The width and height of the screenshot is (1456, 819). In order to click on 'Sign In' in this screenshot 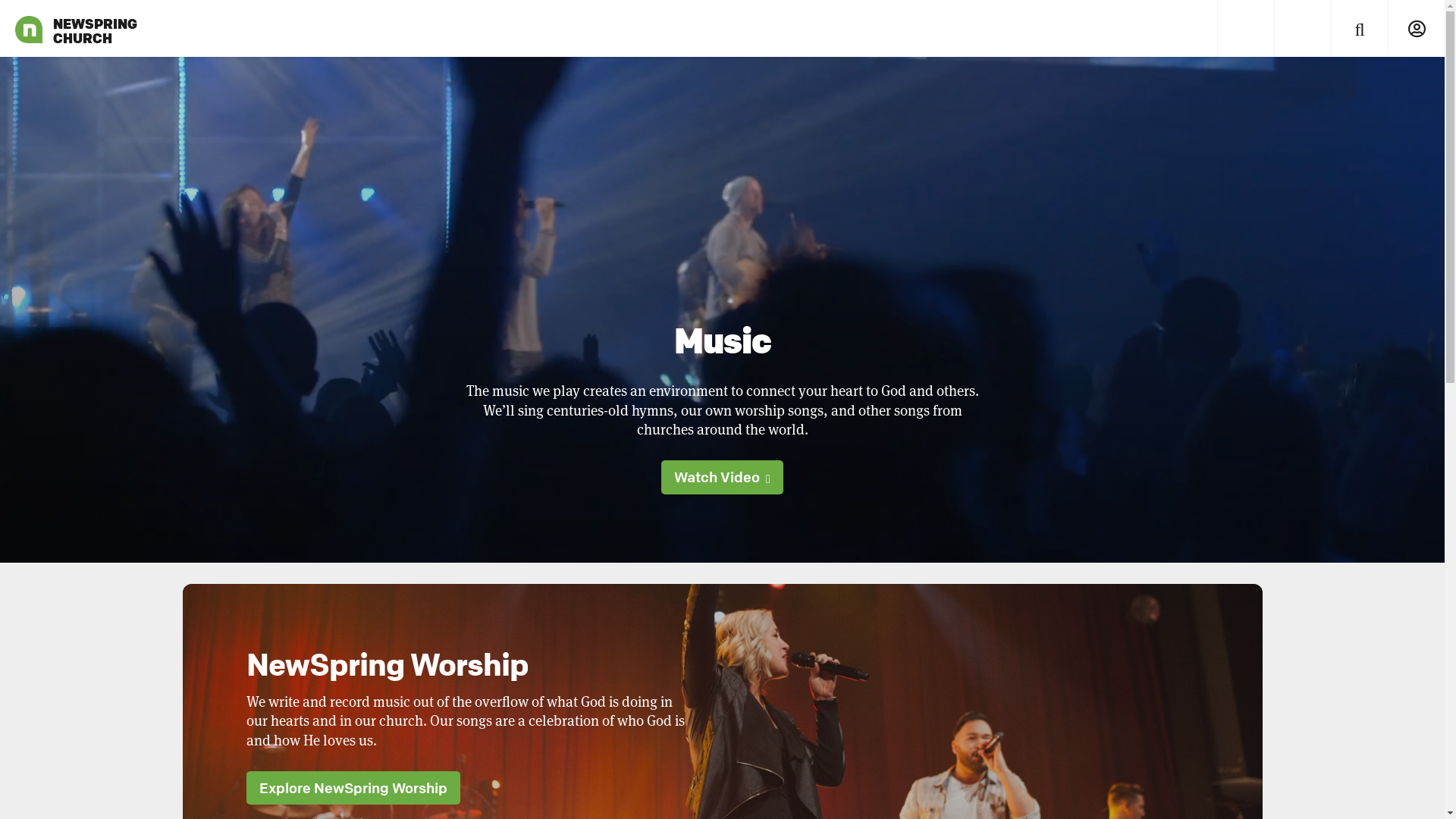, I will do `click(1387, 28)`.